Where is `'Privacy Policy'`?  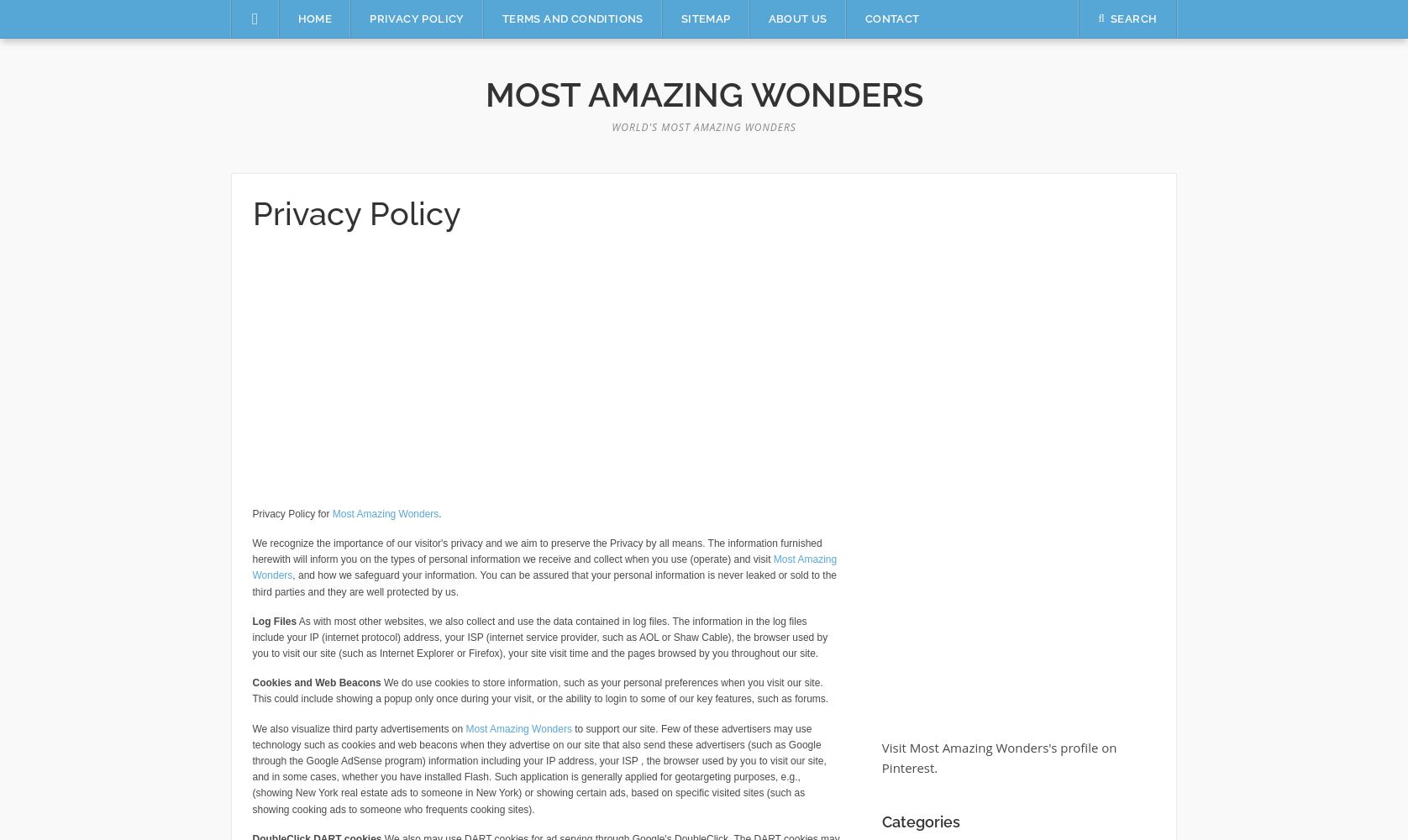
'Privacy Policy' is located at coordinates (356, 213).